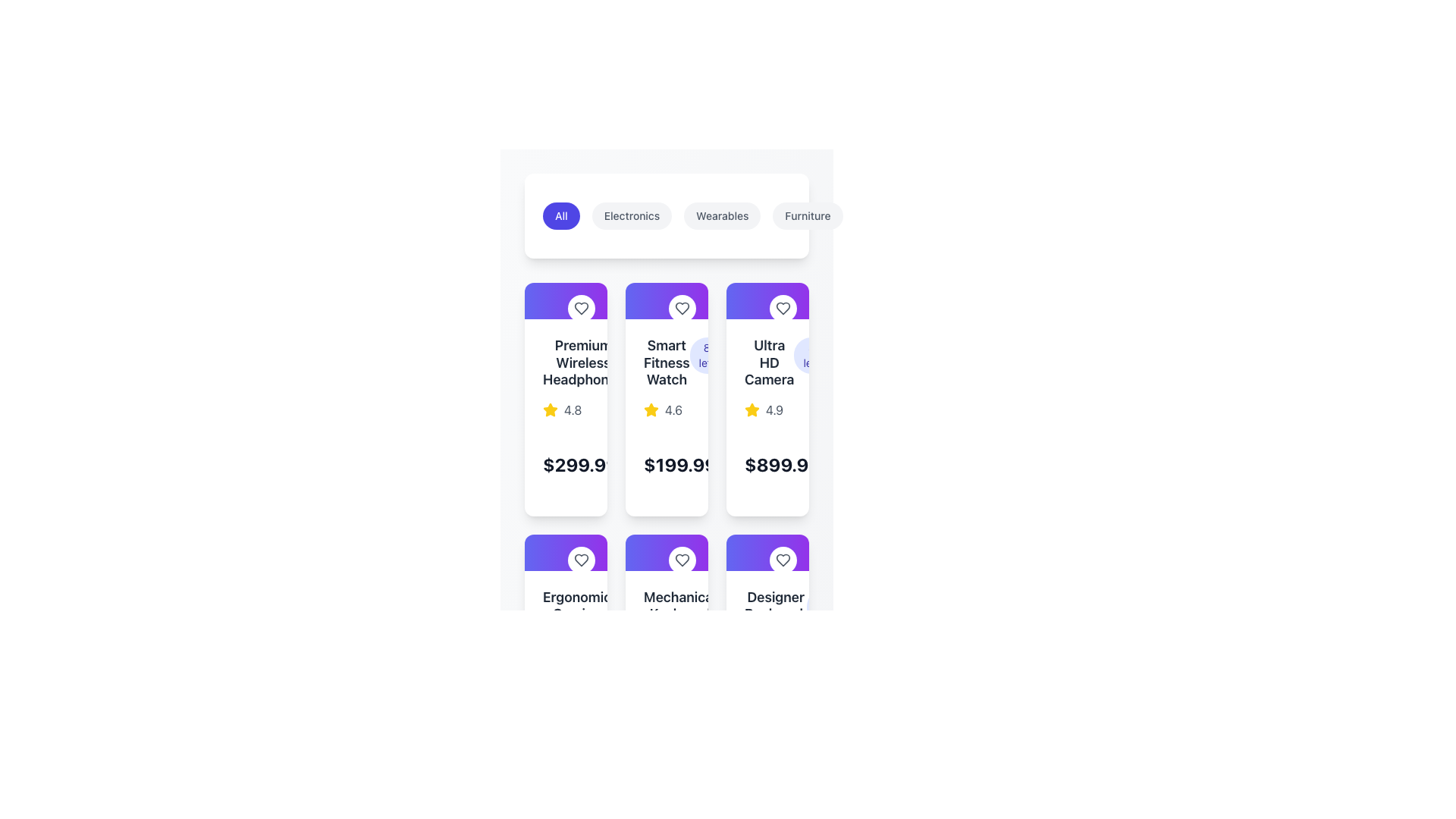 This screenshot has height=819, width=1456. What do you see at coordinates (783, 308) in the screenshot?
I see `the second icon from the left in the top section of the UI, which functions as a 'favorite' or 'like' button, to favorite the item associated with 'Smart Fitness Watch'` at bounding box center [783, 308].